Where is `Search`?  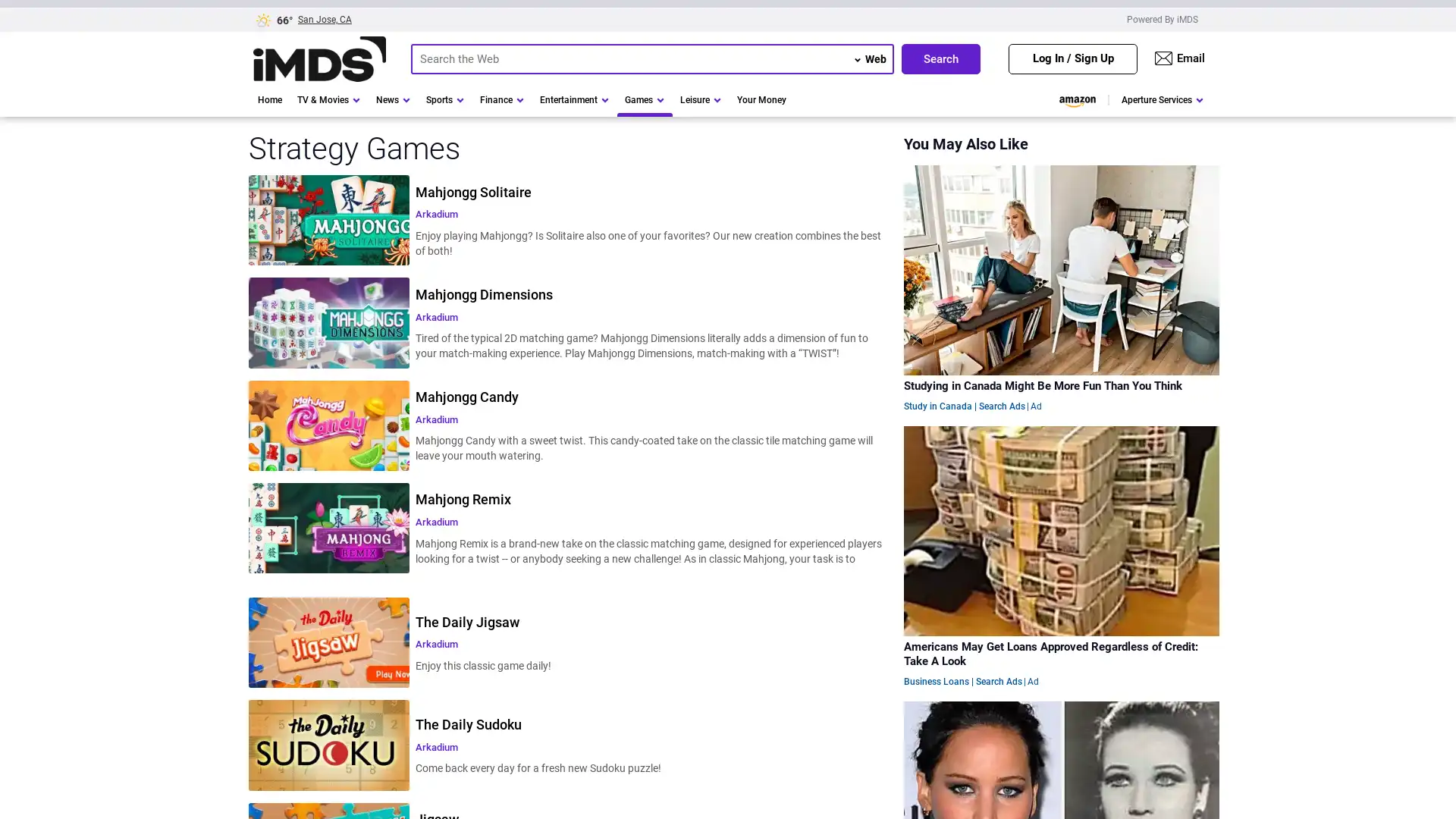 Search is located at coordinates (940, 58).